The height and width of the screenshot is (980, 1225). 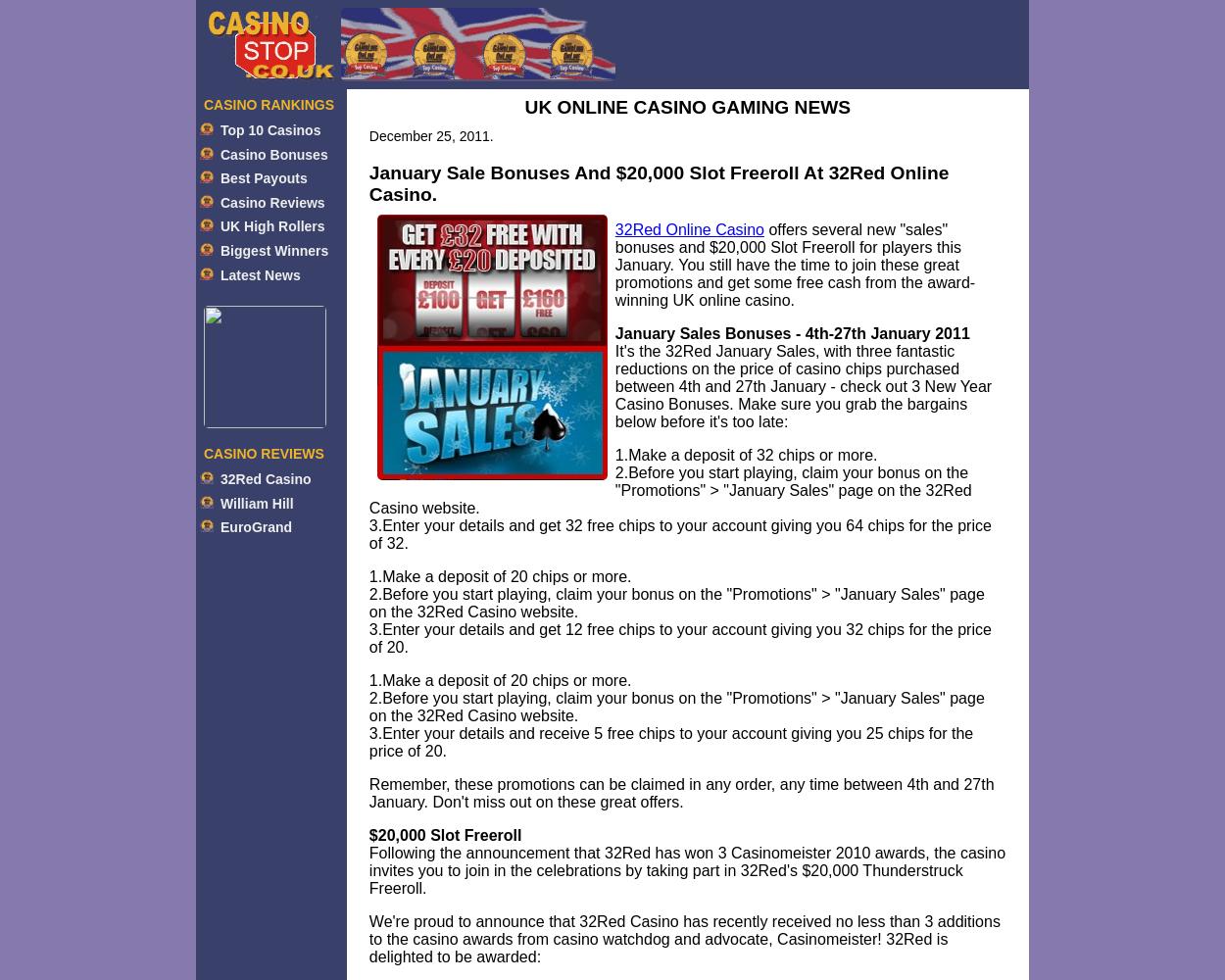 What do you see at coordinates (220, 478) in the screenshot?
I see `'32Red Casino'` at bounding box center [220, 478].